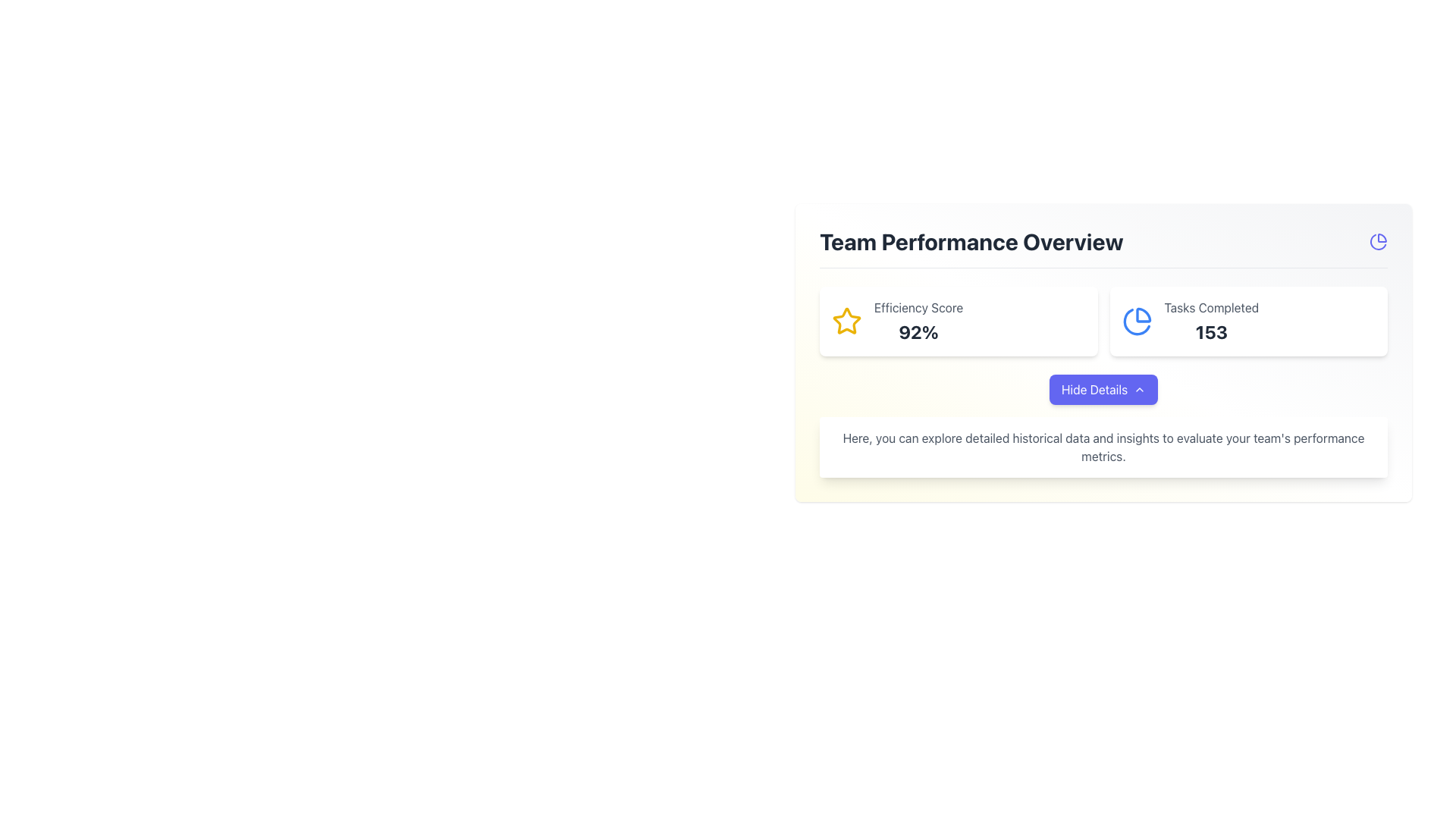 Image resolution: width=1456 pixels, height=819 pixels. What do you see at coordinates (1137, 321) in the screenshot?
I see `the icon representing task completion located to the left of the number '153' in the 'Tasks Completed 153' card as a static representation` at bounding box center [1137, 321].